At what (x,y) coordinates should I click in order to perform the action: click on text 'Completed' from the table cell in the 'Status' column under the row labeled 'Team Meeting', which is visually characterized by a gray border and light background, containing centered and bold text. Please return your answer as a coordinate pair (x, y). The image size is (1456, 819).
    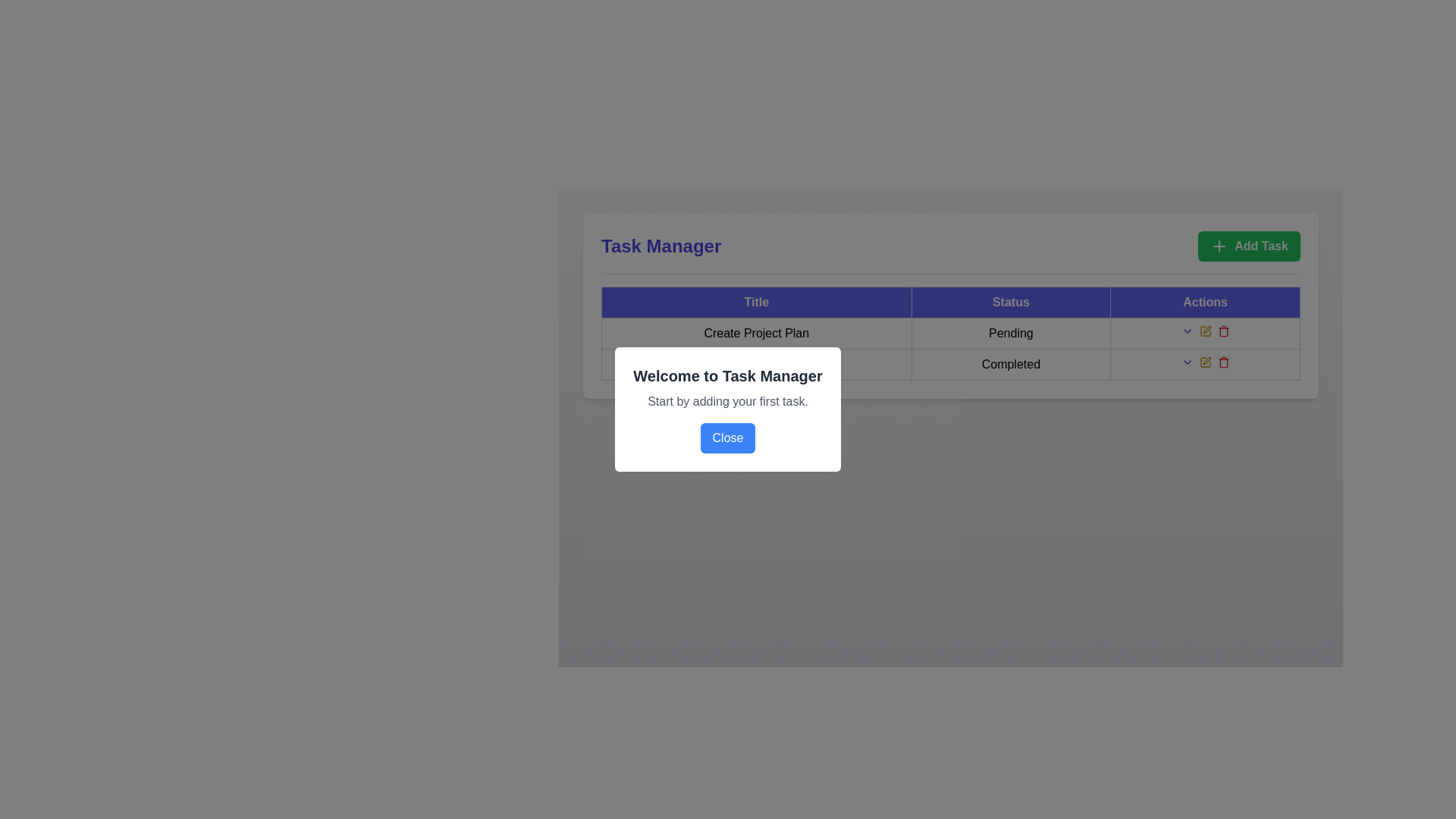
    Looking at the image, I should click on (1011, 365).